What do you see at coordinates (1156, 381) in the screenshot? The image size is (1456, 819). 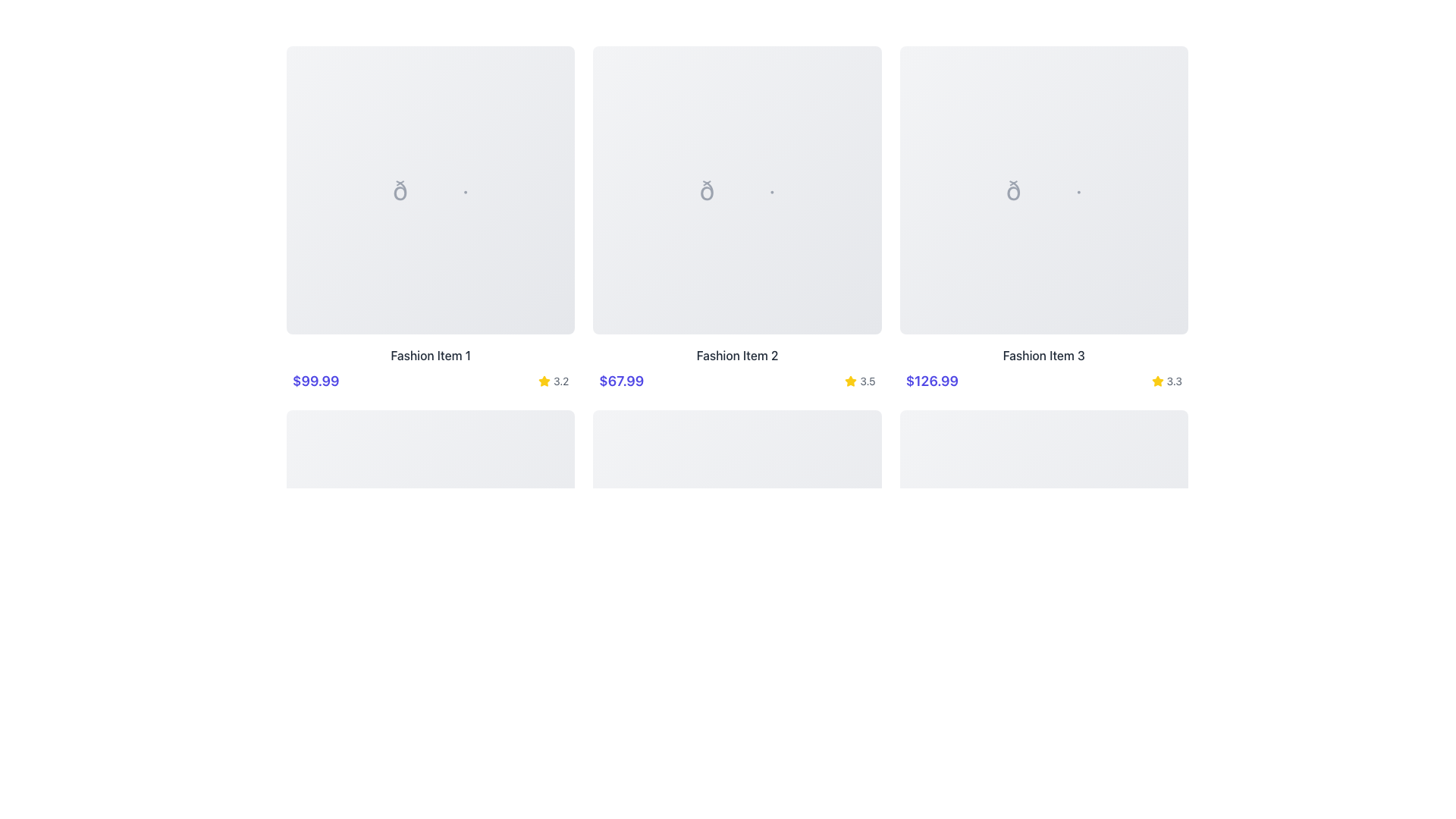 I see `the yellow star icon, which is part of the rating display for 'Fashion Item 3', located to the left of the number '3.3'` at bounding box center [1156, 381].